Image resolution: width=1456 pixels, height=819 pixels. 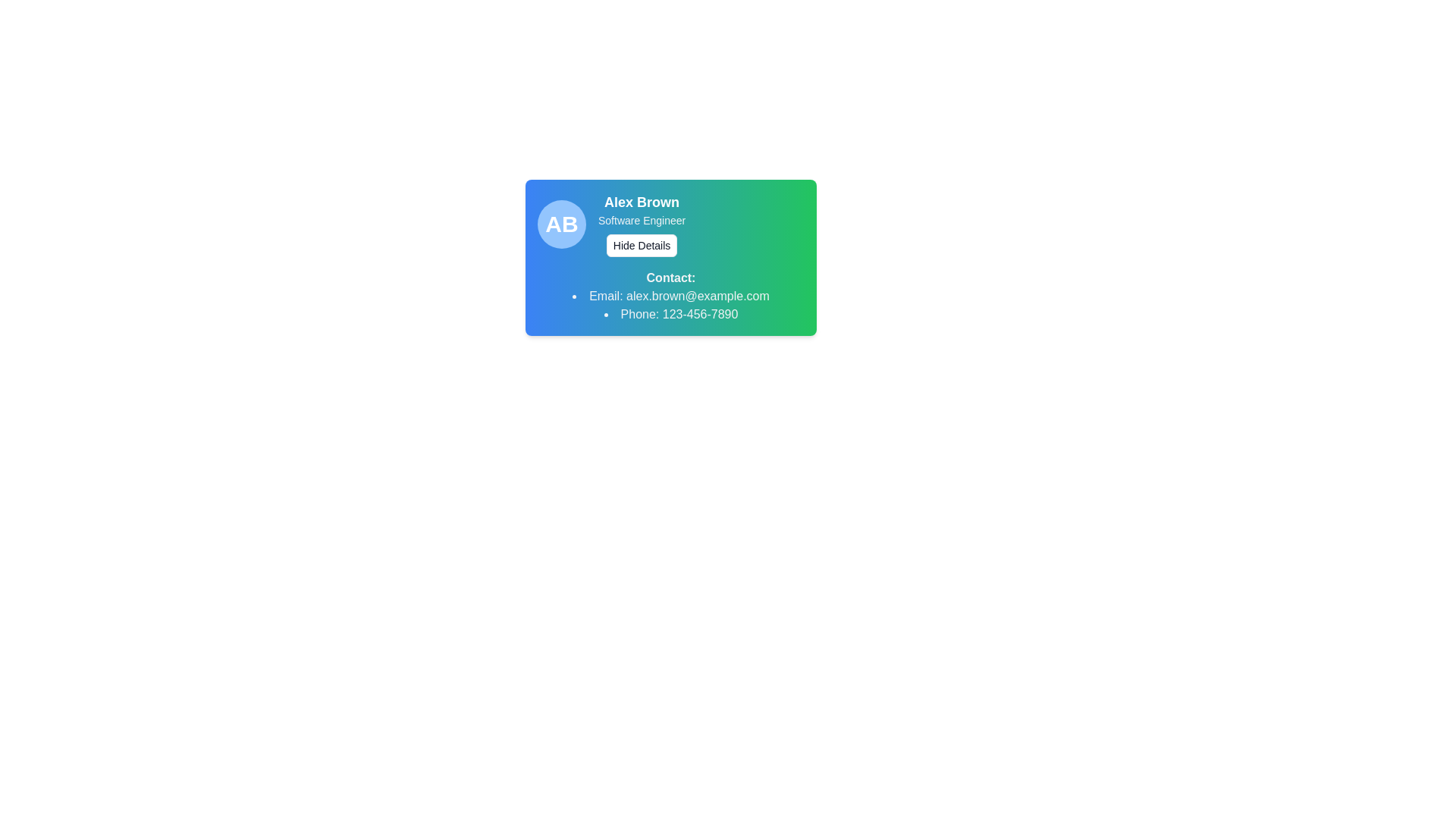 I want to click on the 'Hide Details' button located within the Information block featuring a gradient background and the name 'Alex Brown', so click(x=670, y=224).